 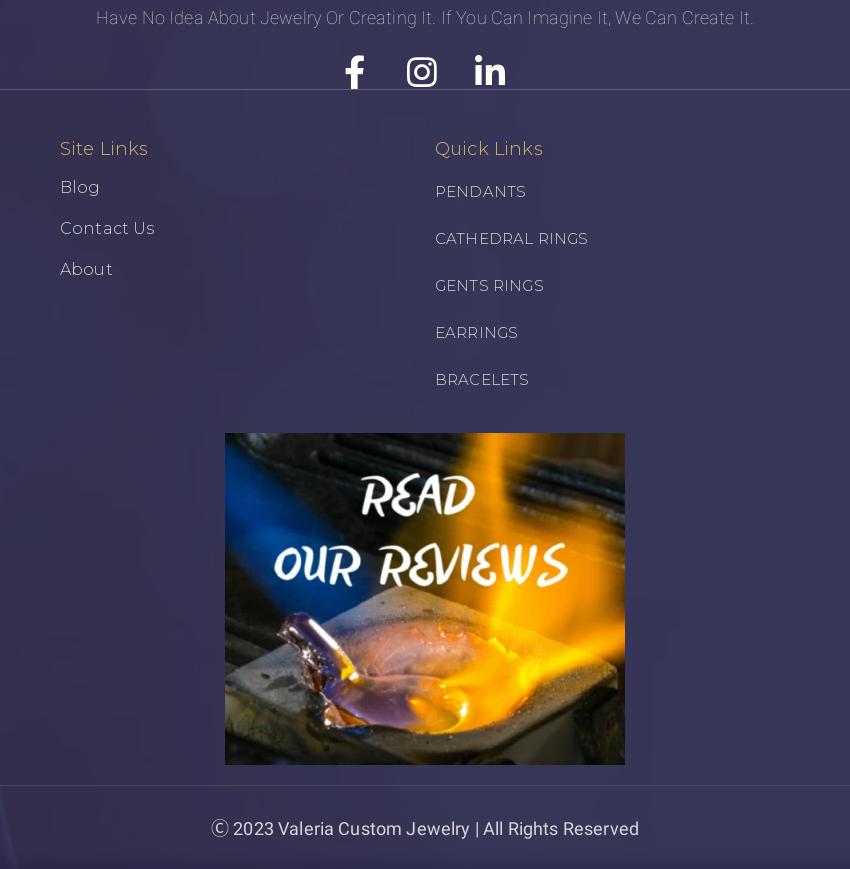 I want to click on 'Ⓒ 2023', so click(x=209, y=827).